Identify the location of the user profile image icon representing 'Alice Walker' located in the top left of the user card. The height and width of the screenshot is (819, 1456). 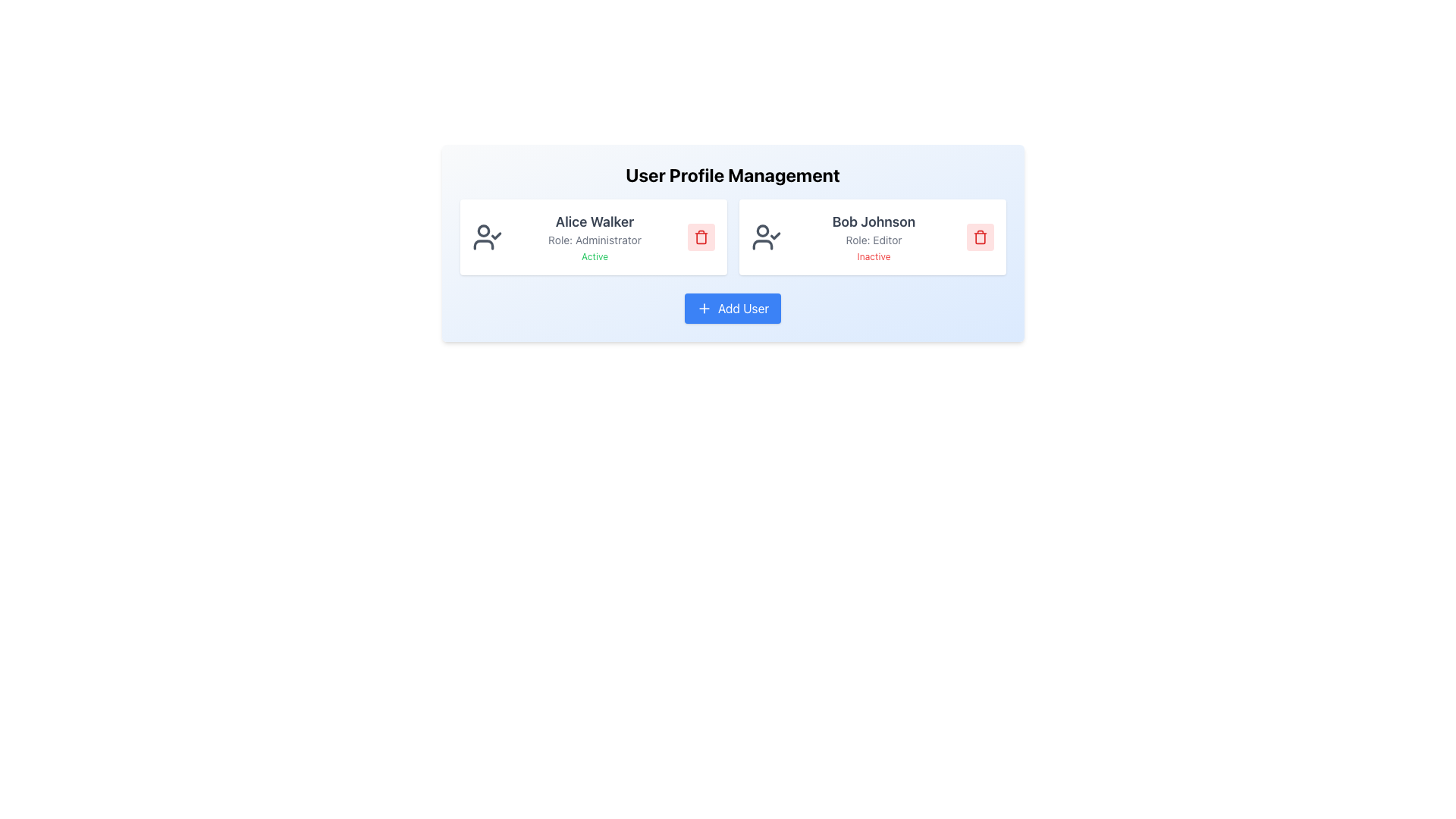
(487, 237).